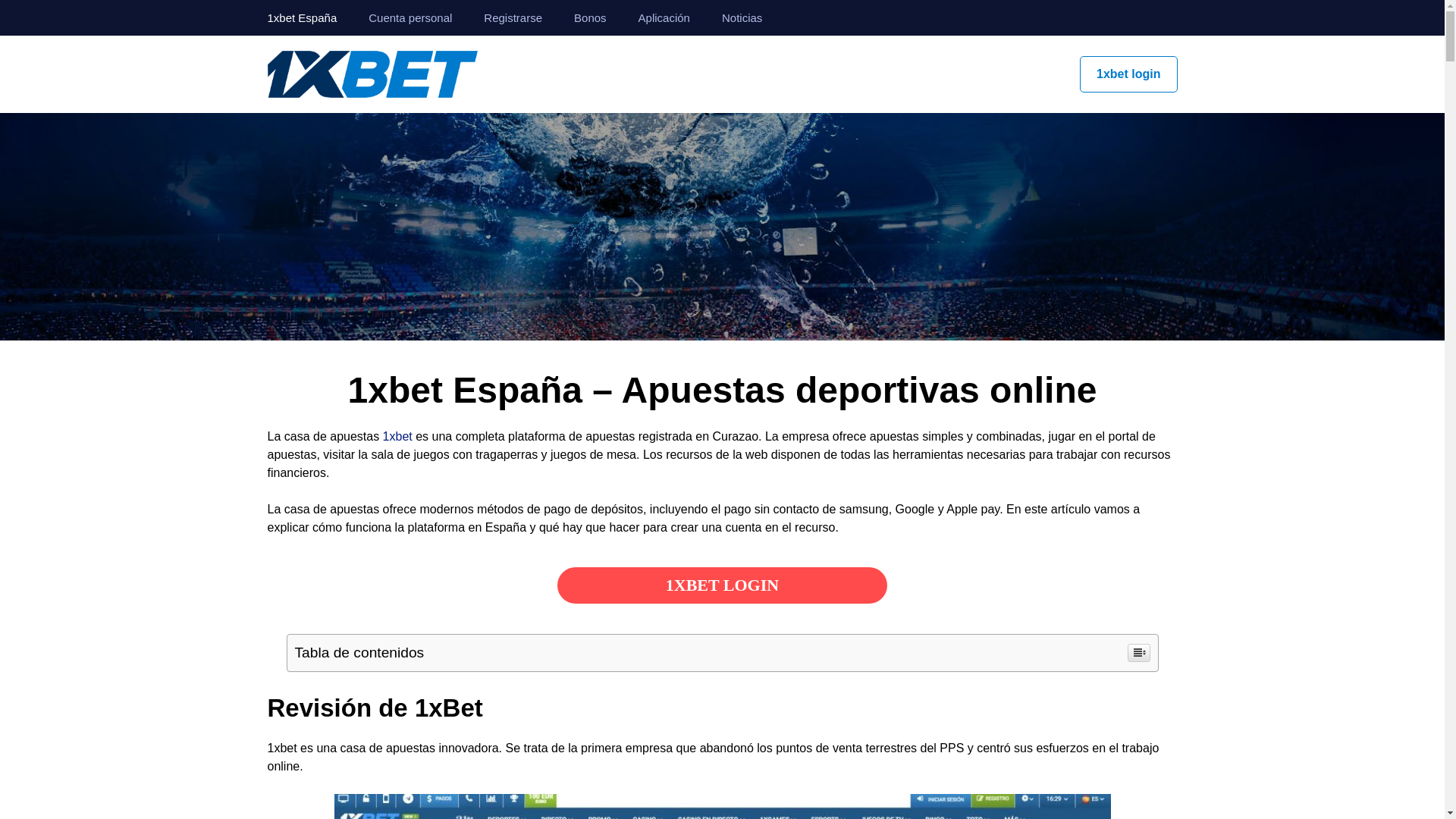 The image size is (1456, 819). What do you see at coordinates (589, 17) in the screenshot?
I see `'Bonos'` at bounding box center [589, 17].